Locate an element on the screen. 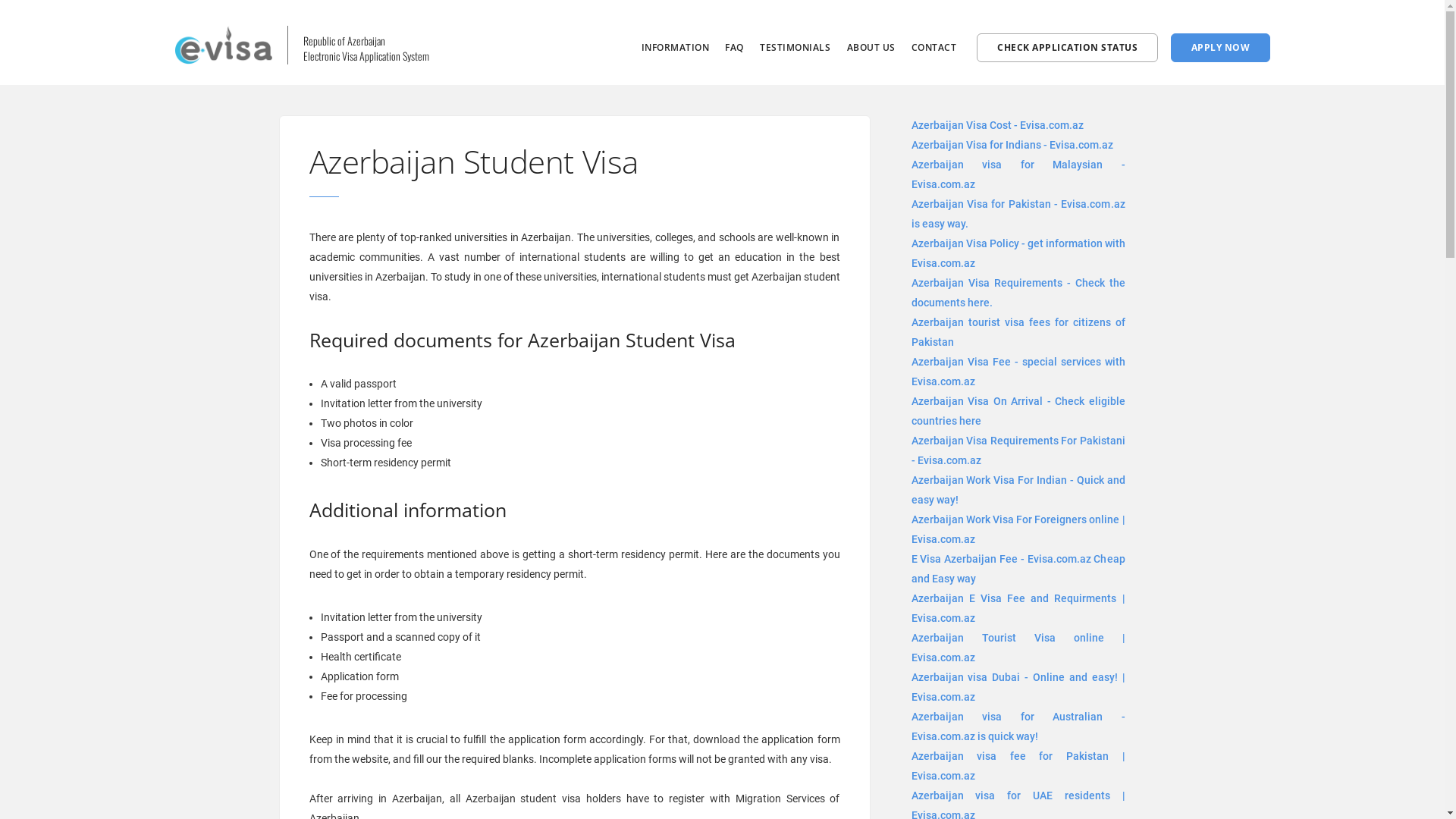 The width and height of the screenshot is (1456, 819). 'Azerbaijan Visa Policy - get information with Evisa.com.az' is located at coordinates (1018, 253).